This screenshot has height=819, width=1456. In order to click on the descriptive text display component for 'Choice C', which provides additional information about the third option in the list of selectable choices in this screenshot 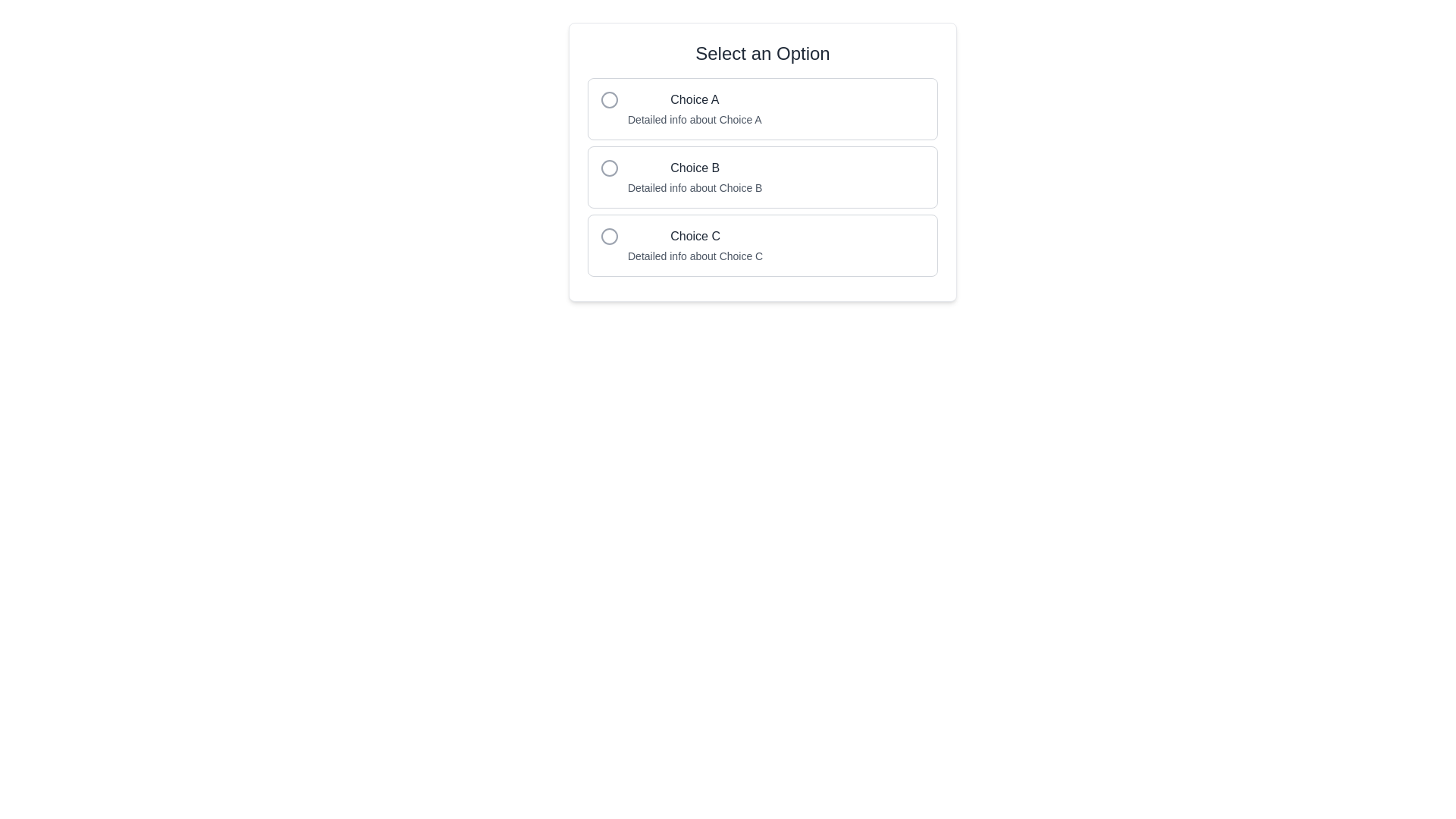, I will do `click(695, 245)`.